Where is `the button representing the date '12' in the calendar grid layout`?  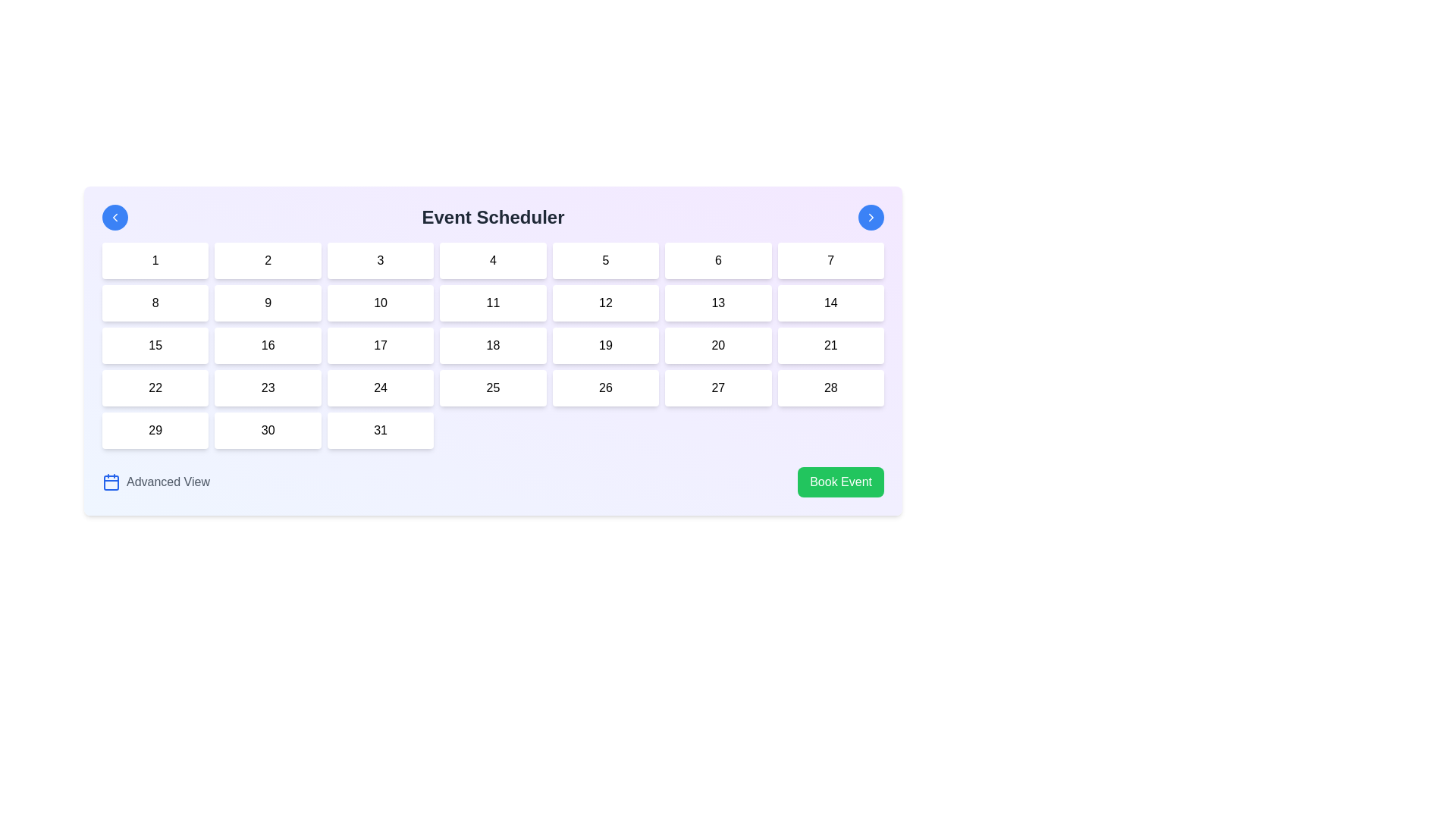 the button representing the date '12' in the calendar grid layout is located at coordinates (604, 303).